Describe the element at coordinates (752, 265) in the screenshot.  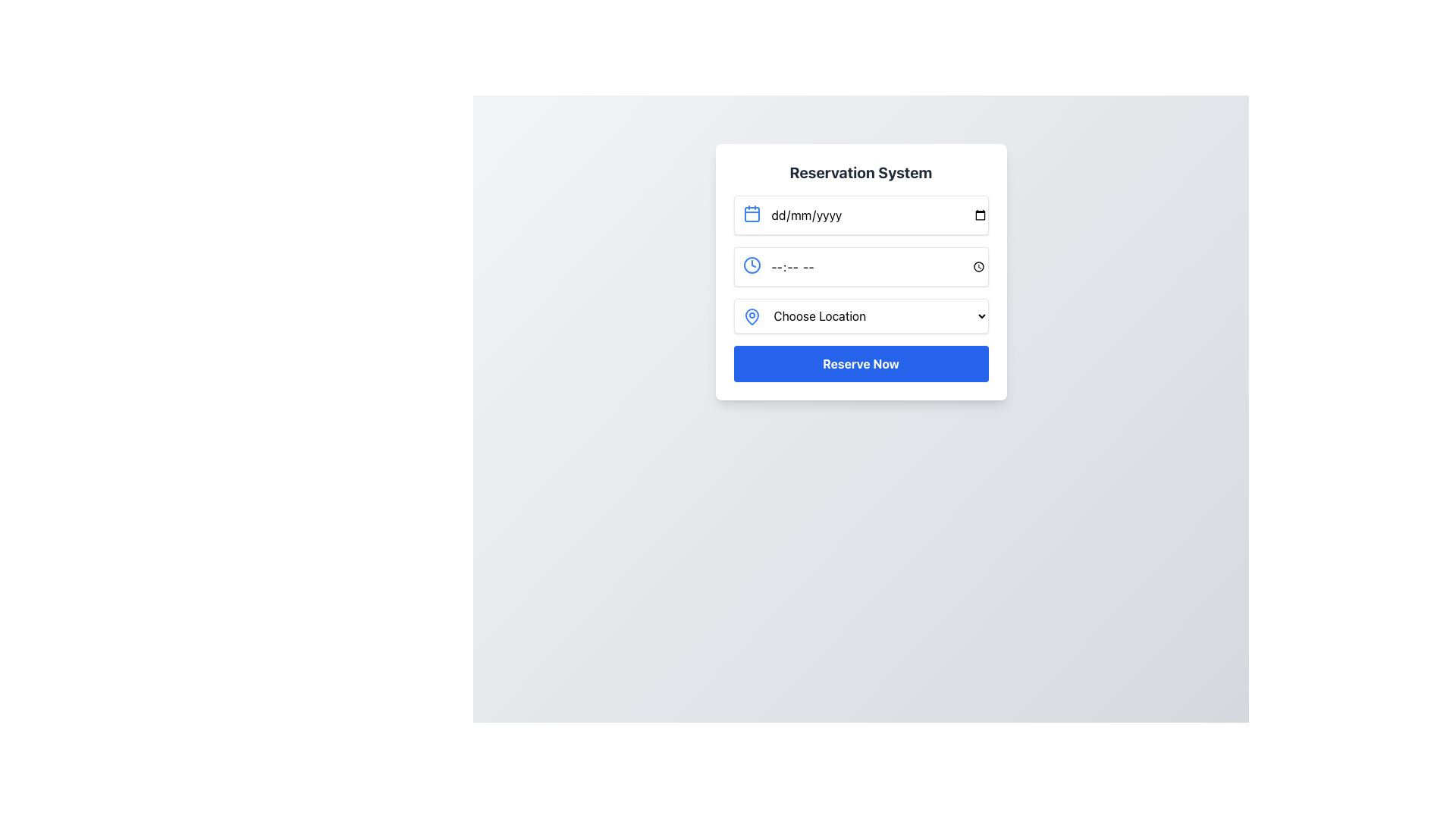
I see `the time selection icon located in the upper-left corner of the second input field, which is adjacent to the placeholder text '--:-- --'` at that location.